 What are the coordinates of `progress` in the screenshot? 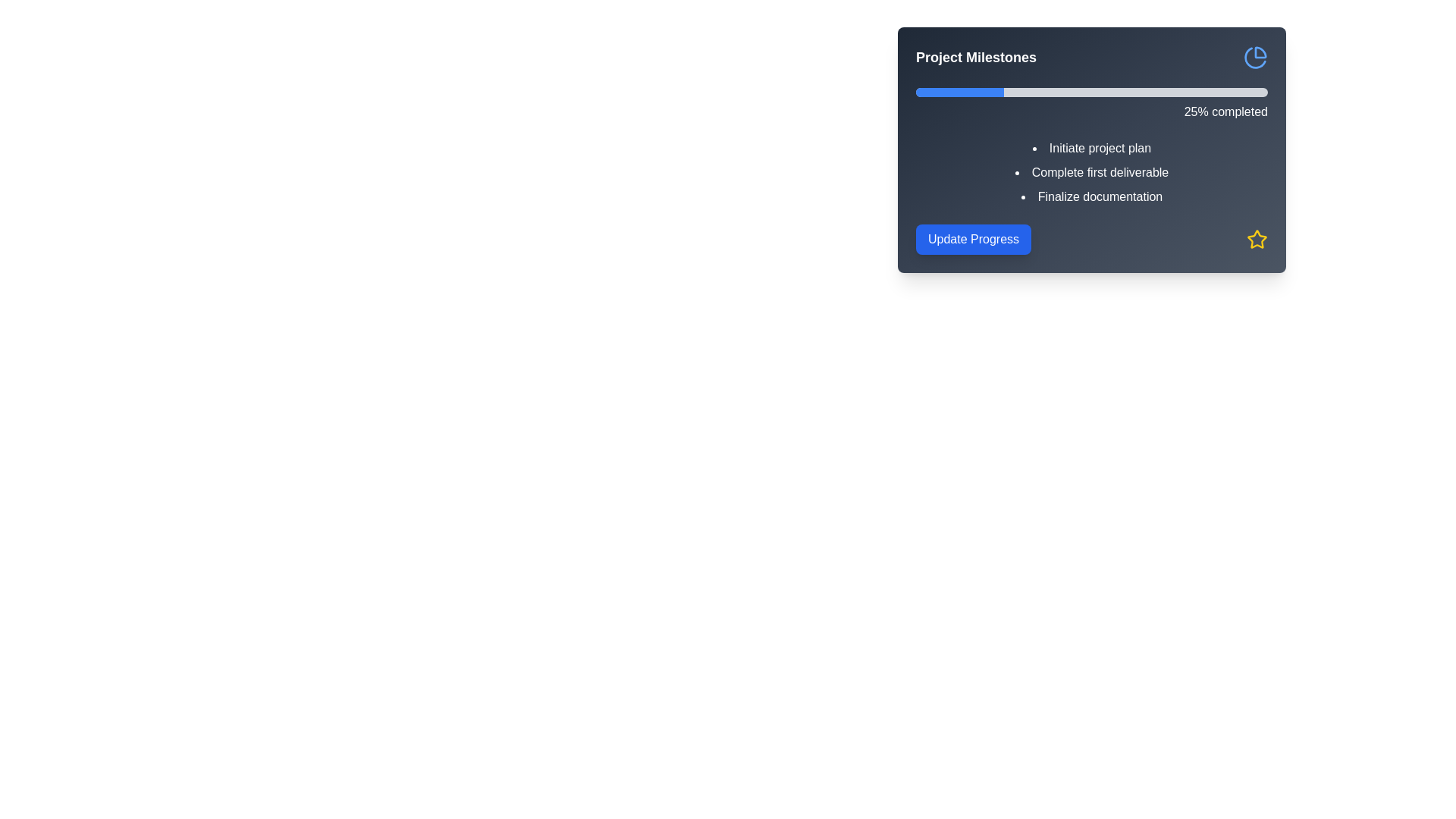 It's located at (925, 93).